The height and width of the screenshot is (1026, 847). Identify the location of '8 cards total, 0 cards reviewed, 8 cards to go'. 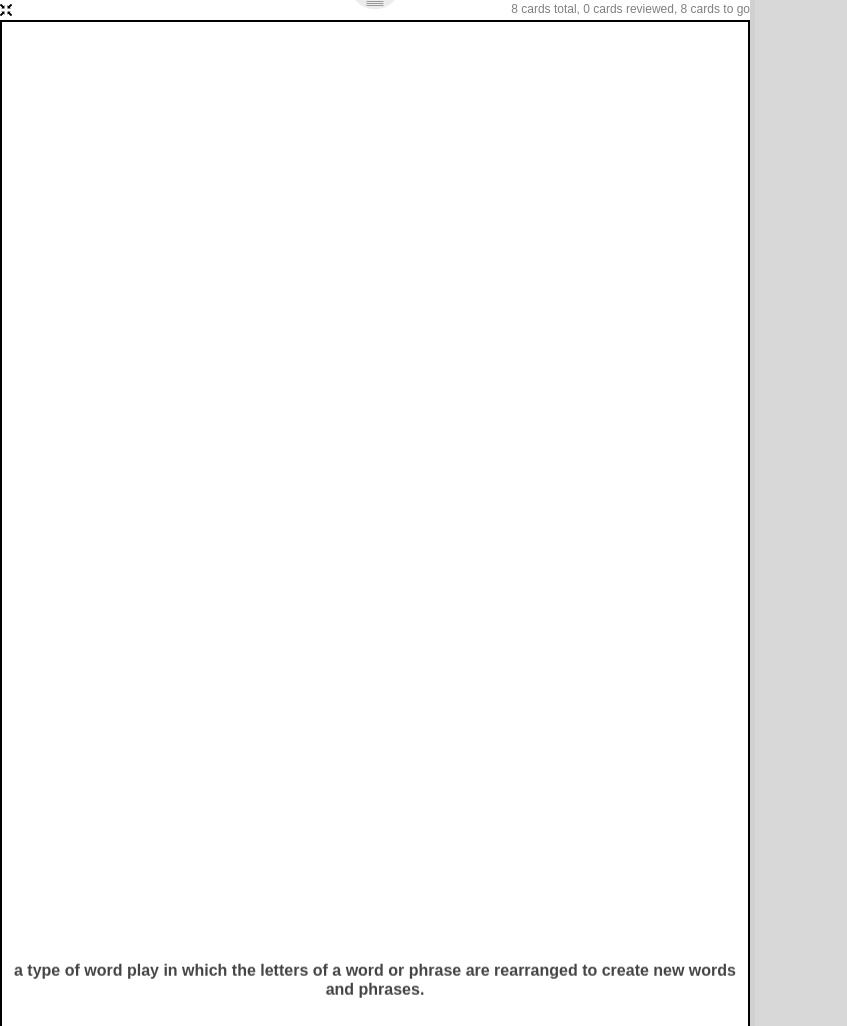
(629, 9).